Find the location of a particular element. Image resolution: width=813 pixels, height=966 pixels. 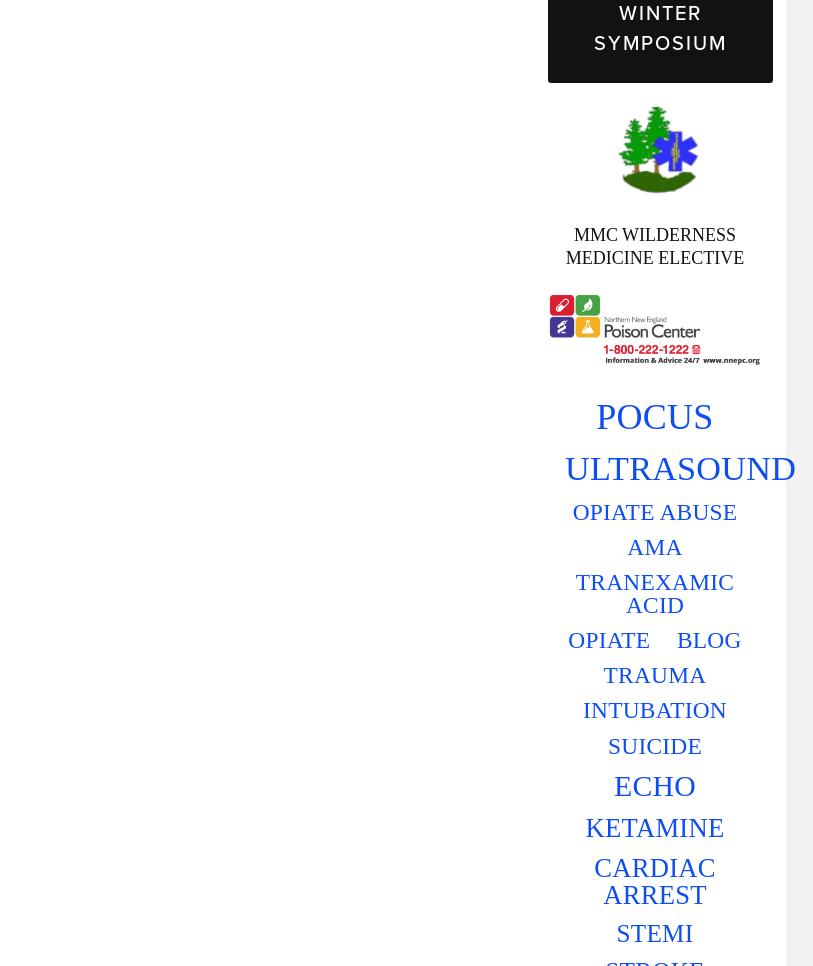

'MMC WILDERNESS MEDICINE ELECTIVE' is located at coordinates (654, 246).